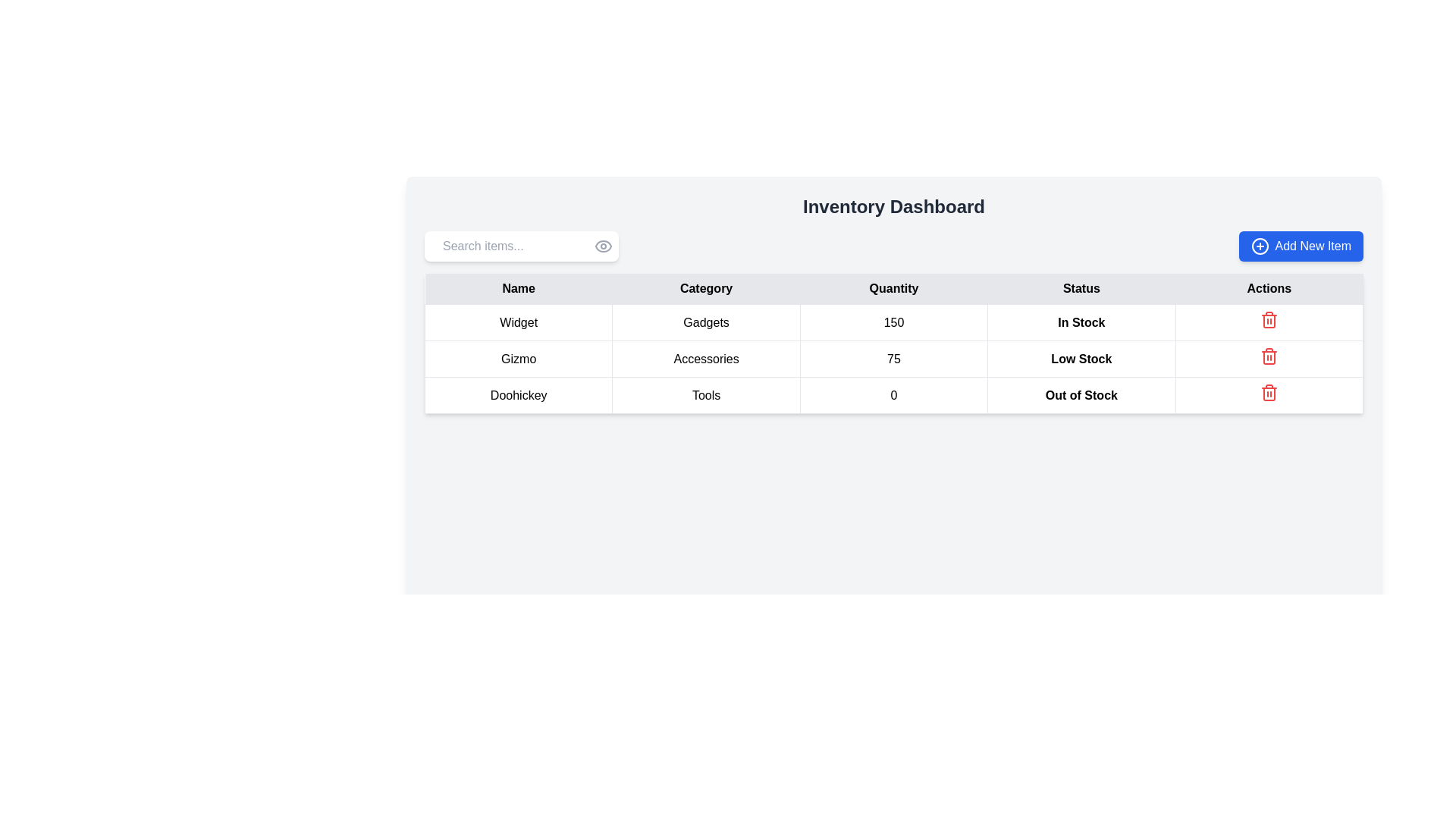 The image size is (1456, 819). What do you see at coordinates (894, 359) in the screenshot?
I see `the static text label displaying the quantity value of 75 units for the item 'Gizmo' in the 'Accessories' category, located in the third cell of the second row under the 'Quantity' header` at bounding box center [894, 359].